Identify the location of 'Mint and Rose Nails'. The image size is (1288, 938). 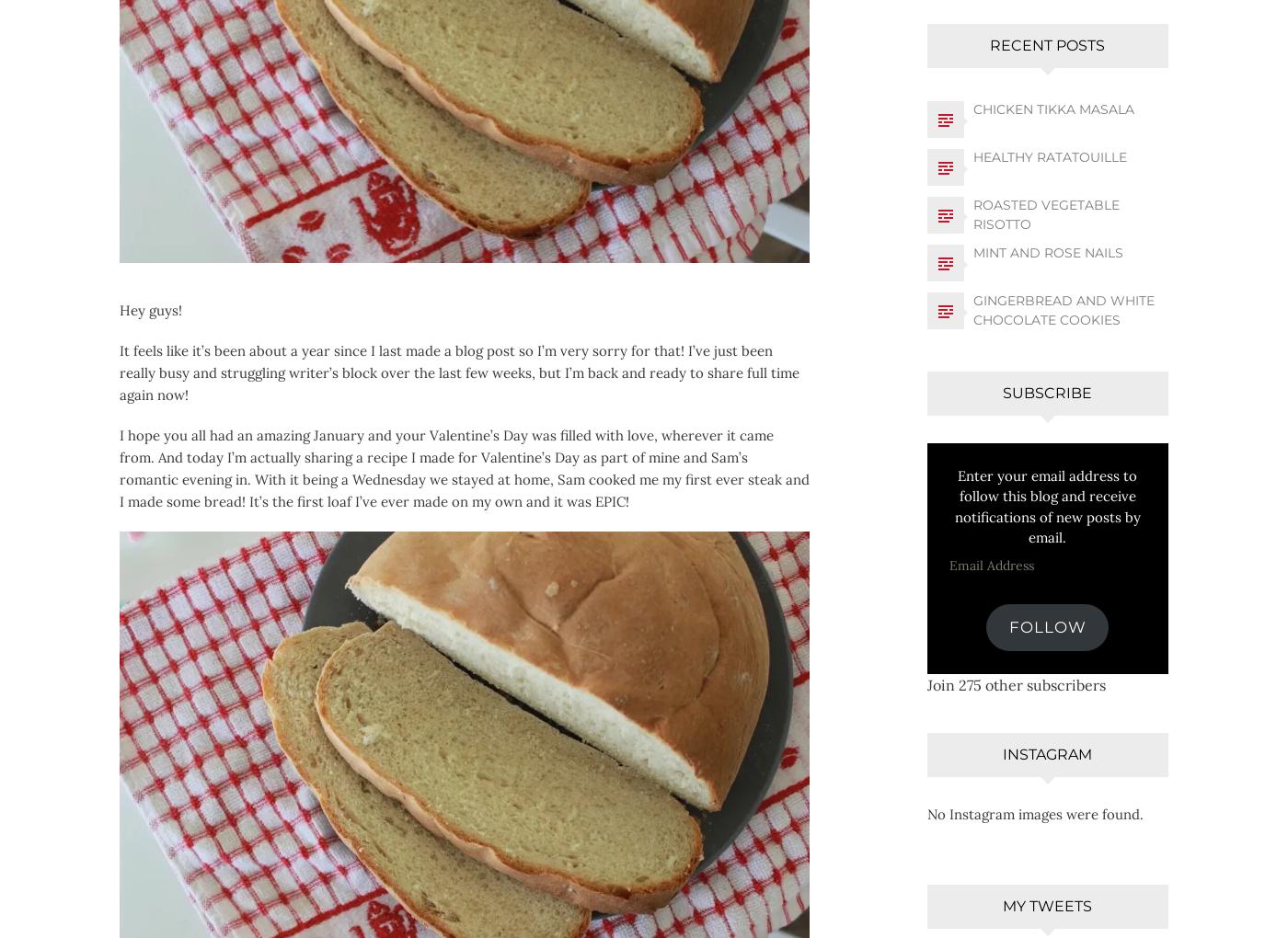
(1047, 250).